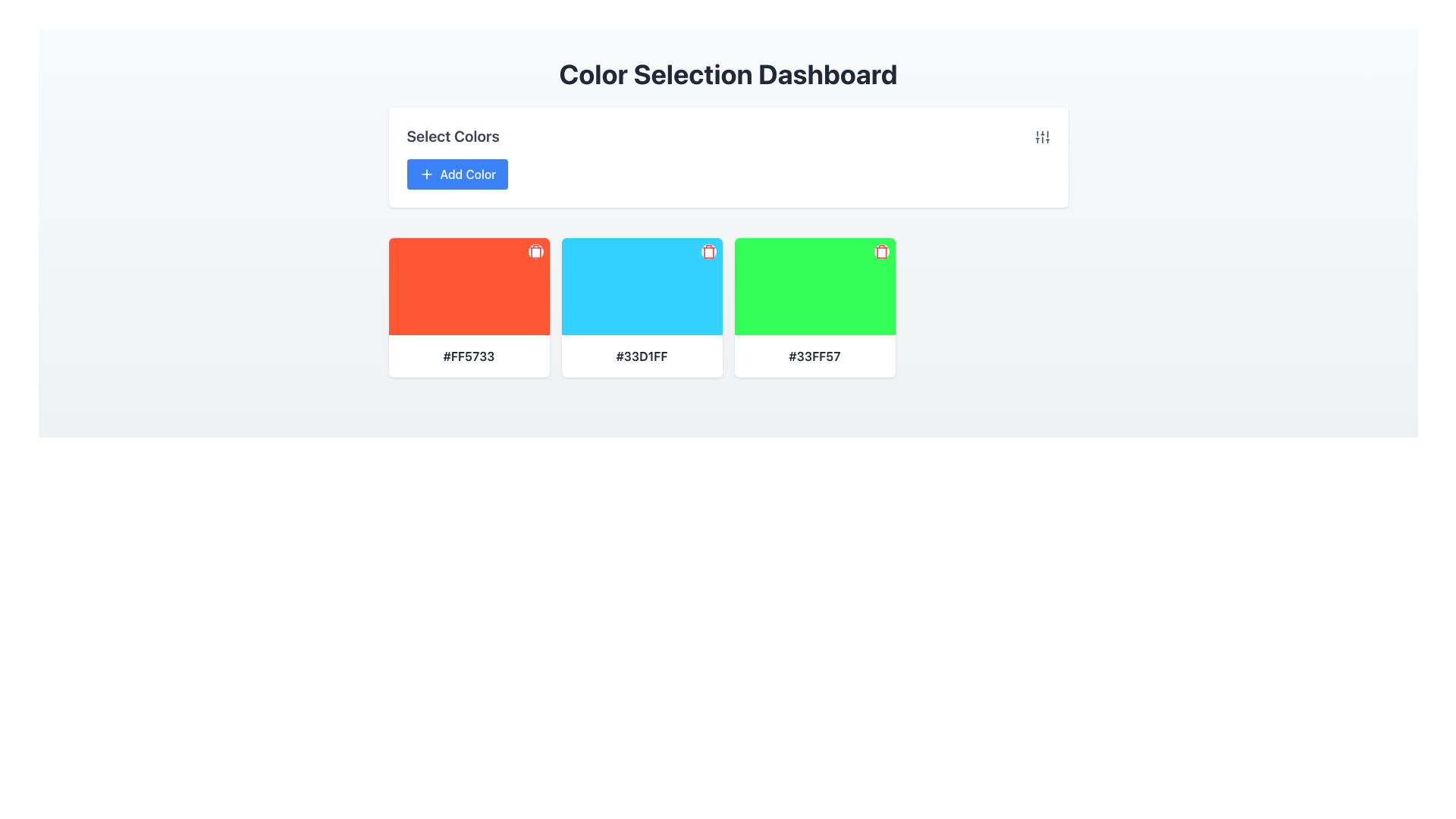 Image resolution: width=1456 pixels, height=819 pixels. What do you see at coordinates (425, 174) in the screenshot?
I see `the small blue cross-shaped icon inside the 'Add Color' button` at bounding box center [425, 174].